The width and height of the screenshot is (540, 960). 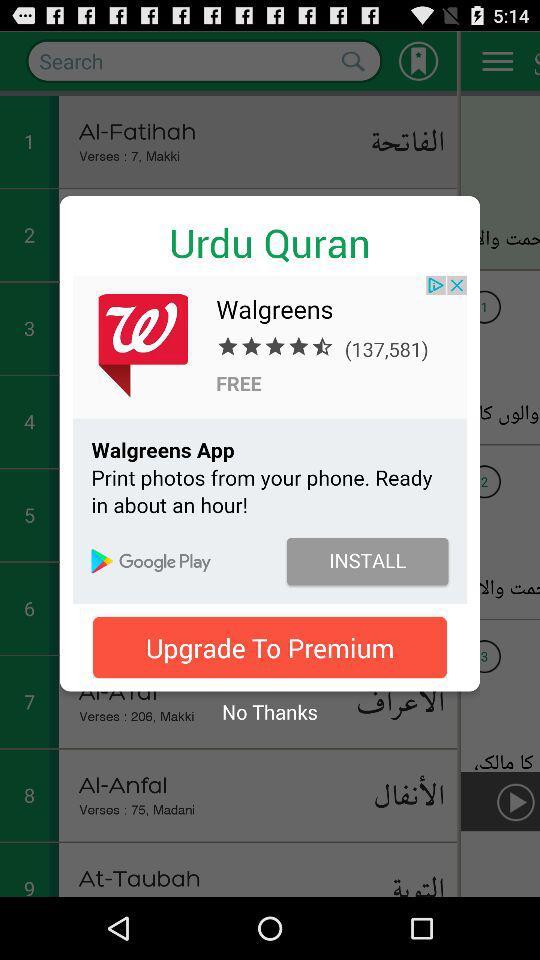 I want to click on popup advertisement, so click(x=270, y=439).